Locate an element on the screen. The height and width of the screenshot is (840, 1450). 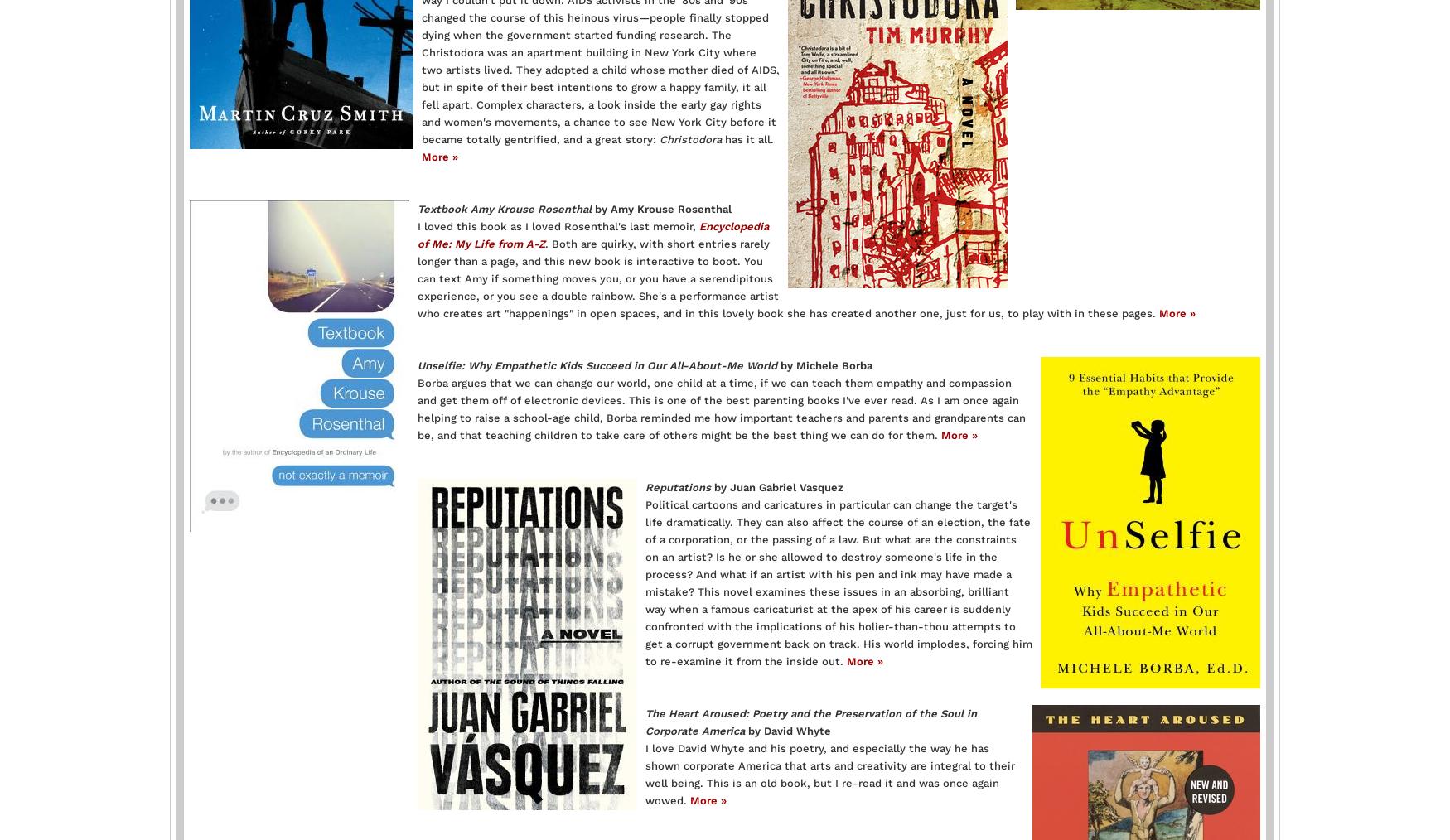
'Unselfie: Why Empathetic Kids Succeed in Our All-About-Me World' is located at coordinates (598, 364).